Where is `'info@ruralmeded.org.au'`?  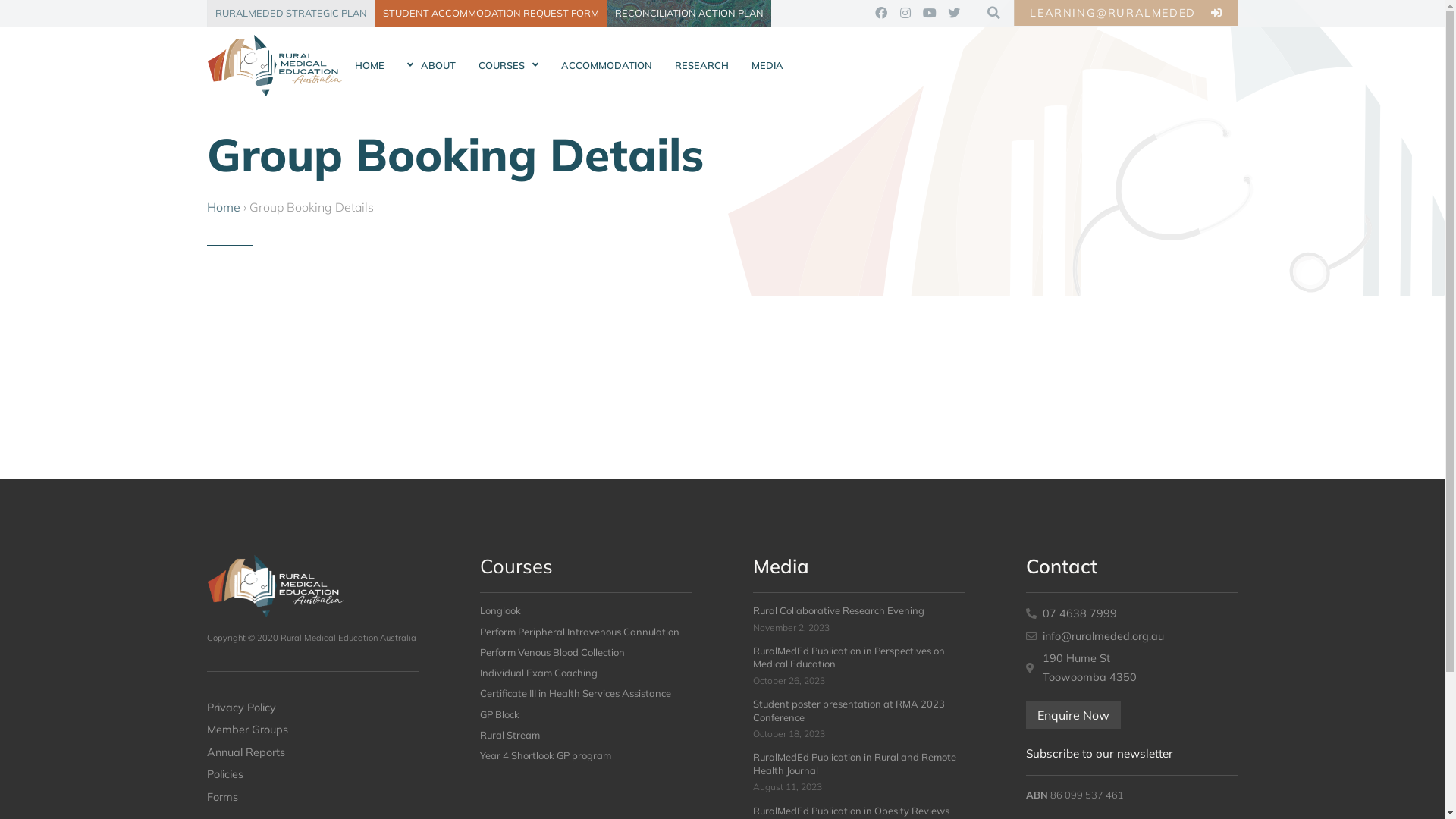 'info@ruralmeded.org.au' is located at coordinates (1131, 636).